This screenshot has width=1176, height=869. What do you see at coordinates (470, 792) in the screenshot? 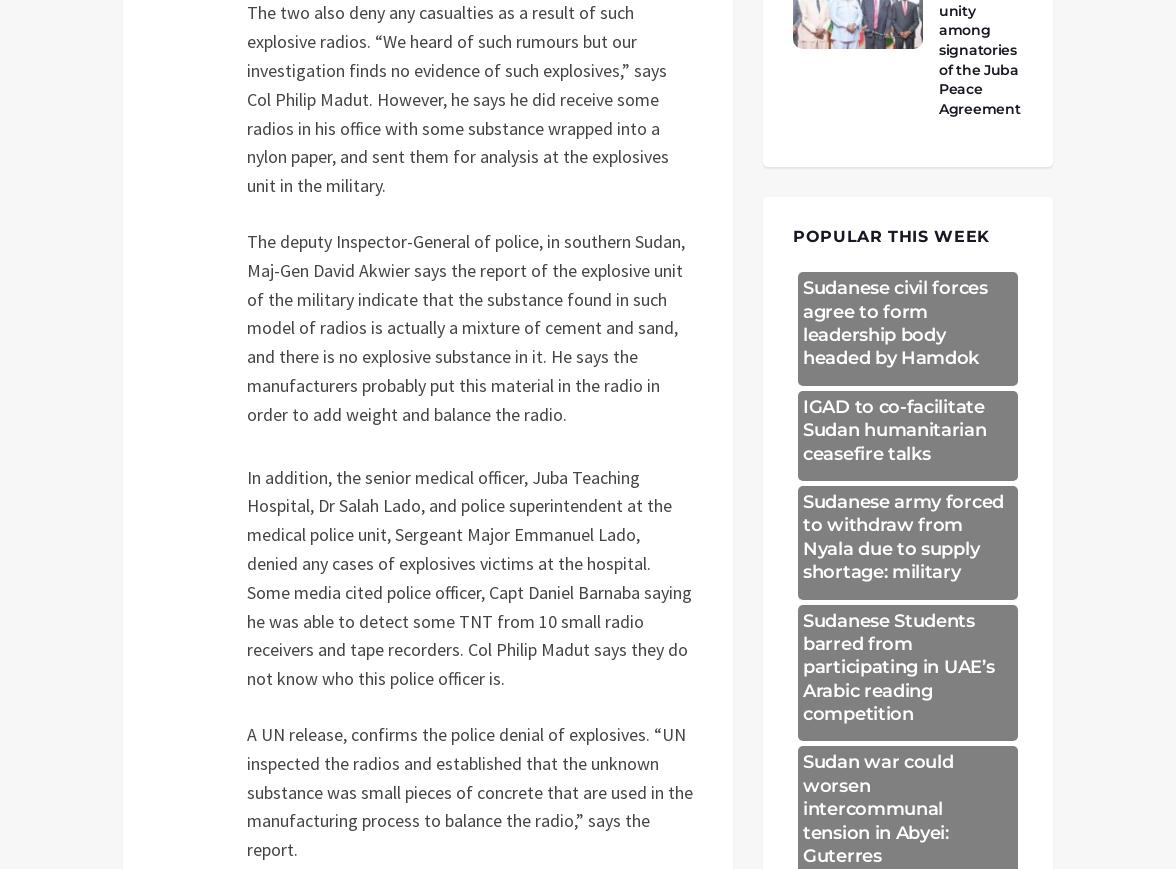
I see `'A UN release, confirms the police denial of explosives. “UN inspected the radios and established that the unknown substance was small pieces of concrete that are used in the manufacturing process to balance the radio,” says the report.'` at bounding box center [470, 792].